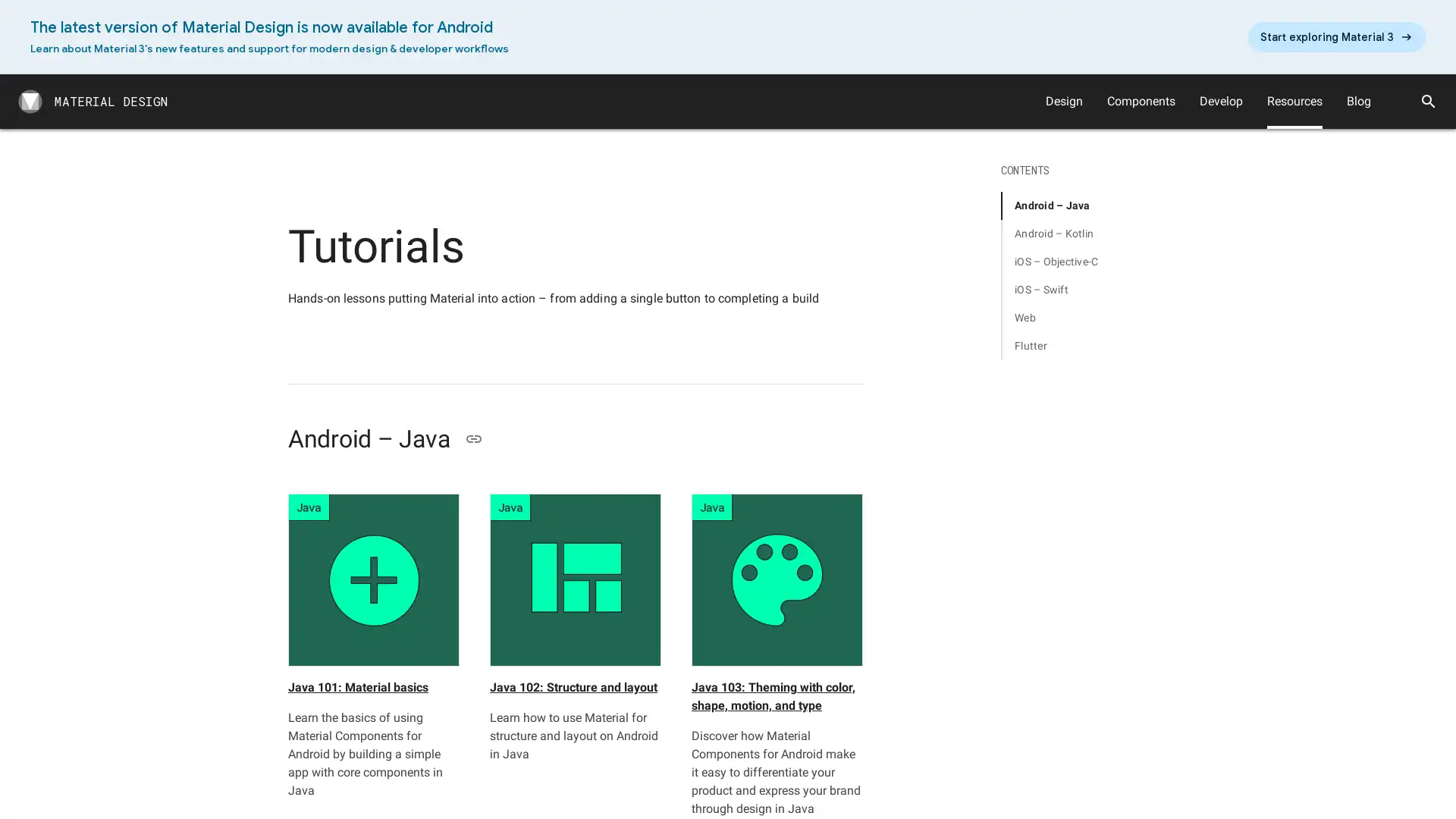  Describe the element at coordinates (472, 438) in the screenshot. I see `Copy link to Android  Java section` at that location.